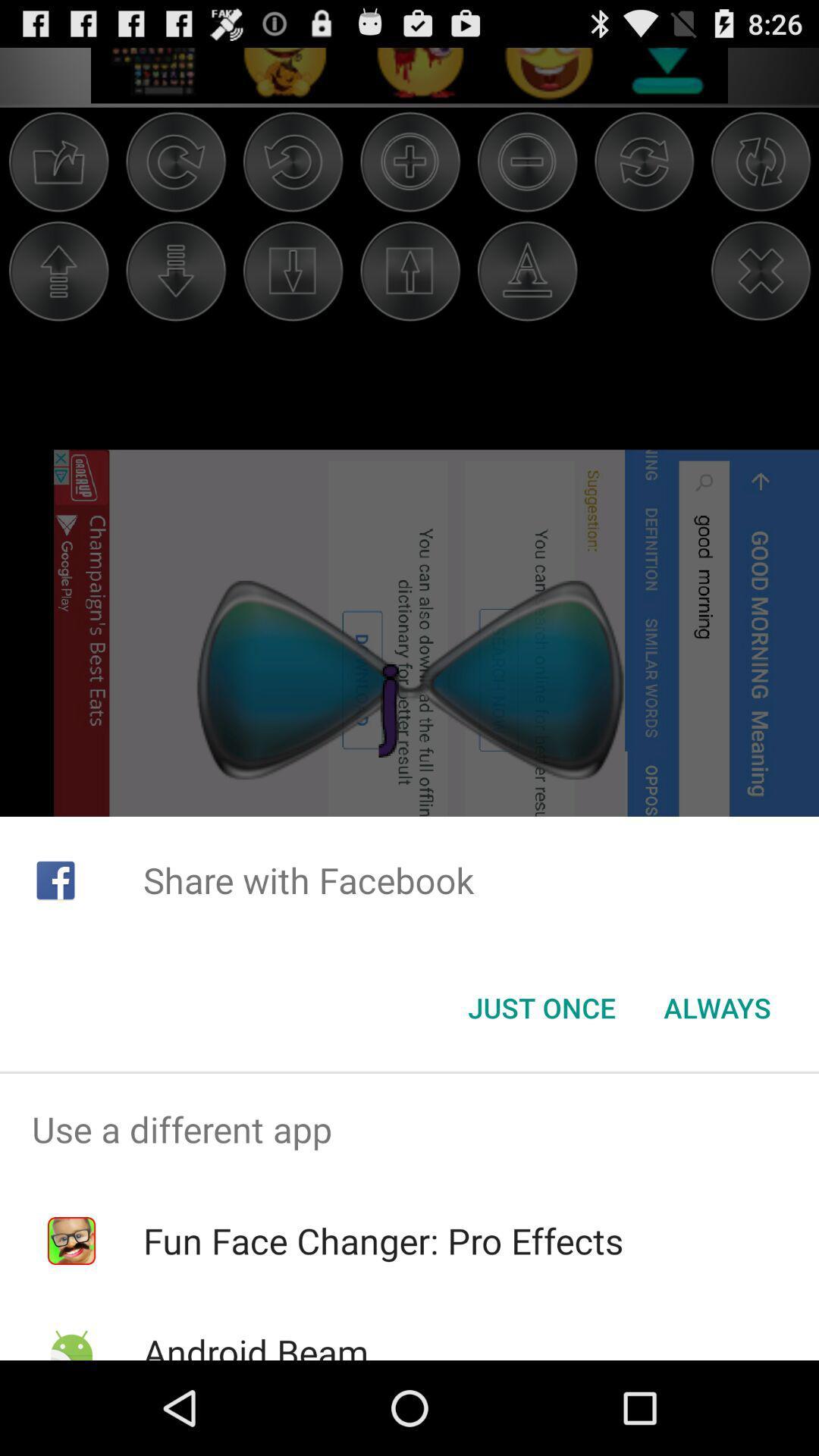  What do you see at coordinates (255, 1344) in the screenshot?
I see `android beam` at bounding box center [255, 1344].